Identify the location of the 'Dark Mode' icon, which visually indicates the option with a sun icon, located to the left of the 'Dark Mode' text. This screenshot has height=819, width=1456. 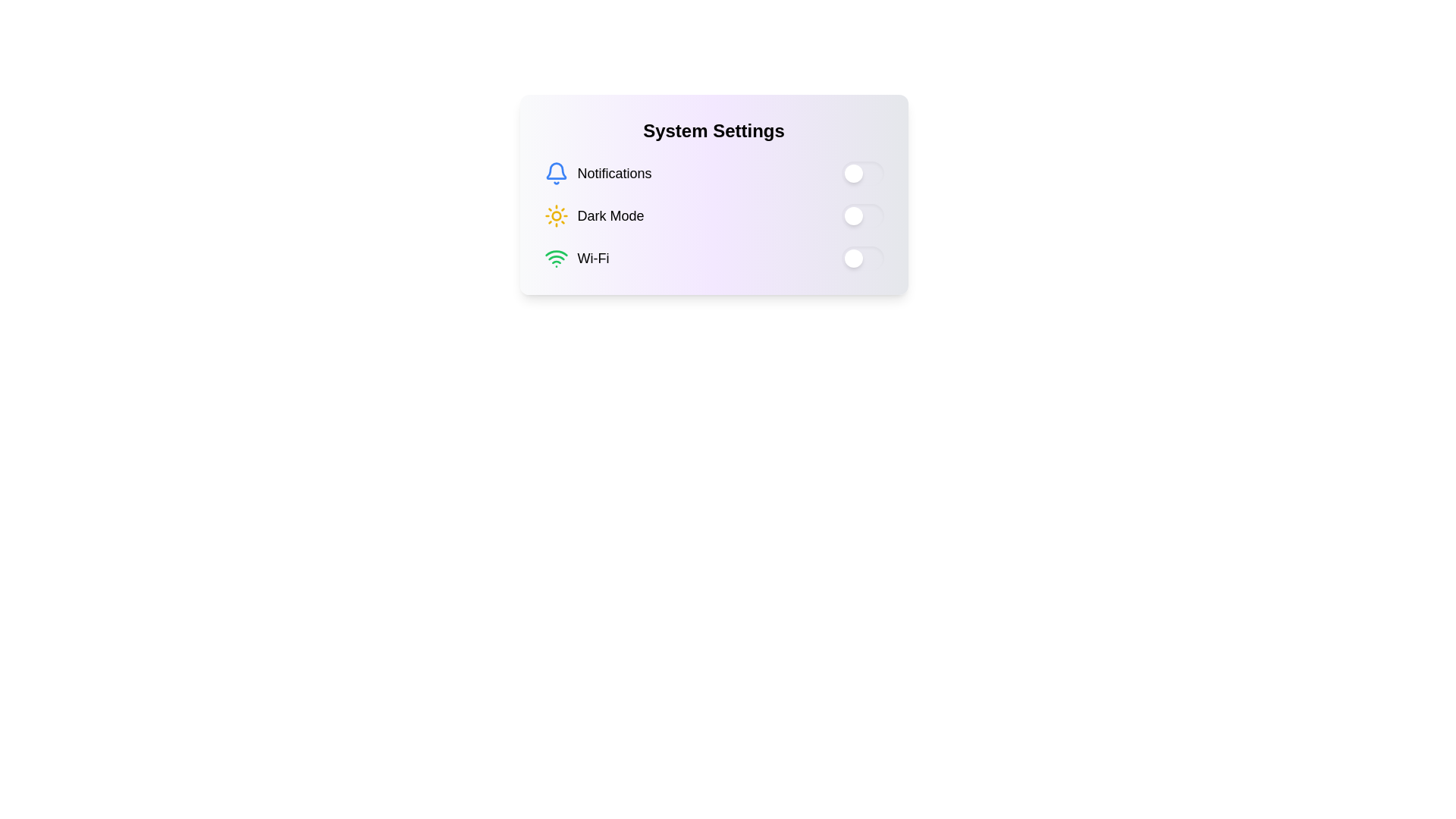
(555, 216).